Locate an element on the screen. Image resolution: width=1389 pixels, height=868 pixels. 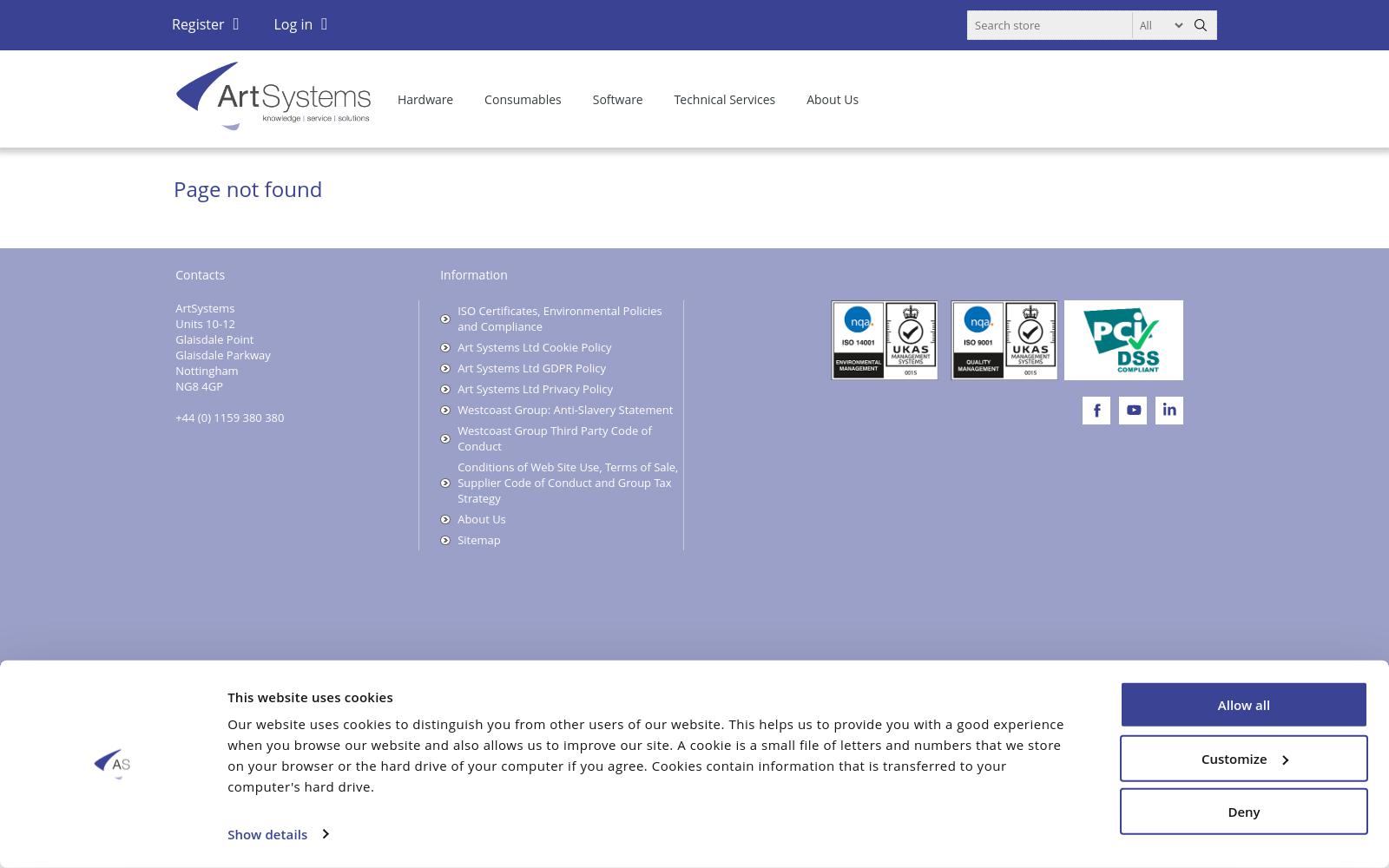
'Hardware' is located at coordinates (425, 97).